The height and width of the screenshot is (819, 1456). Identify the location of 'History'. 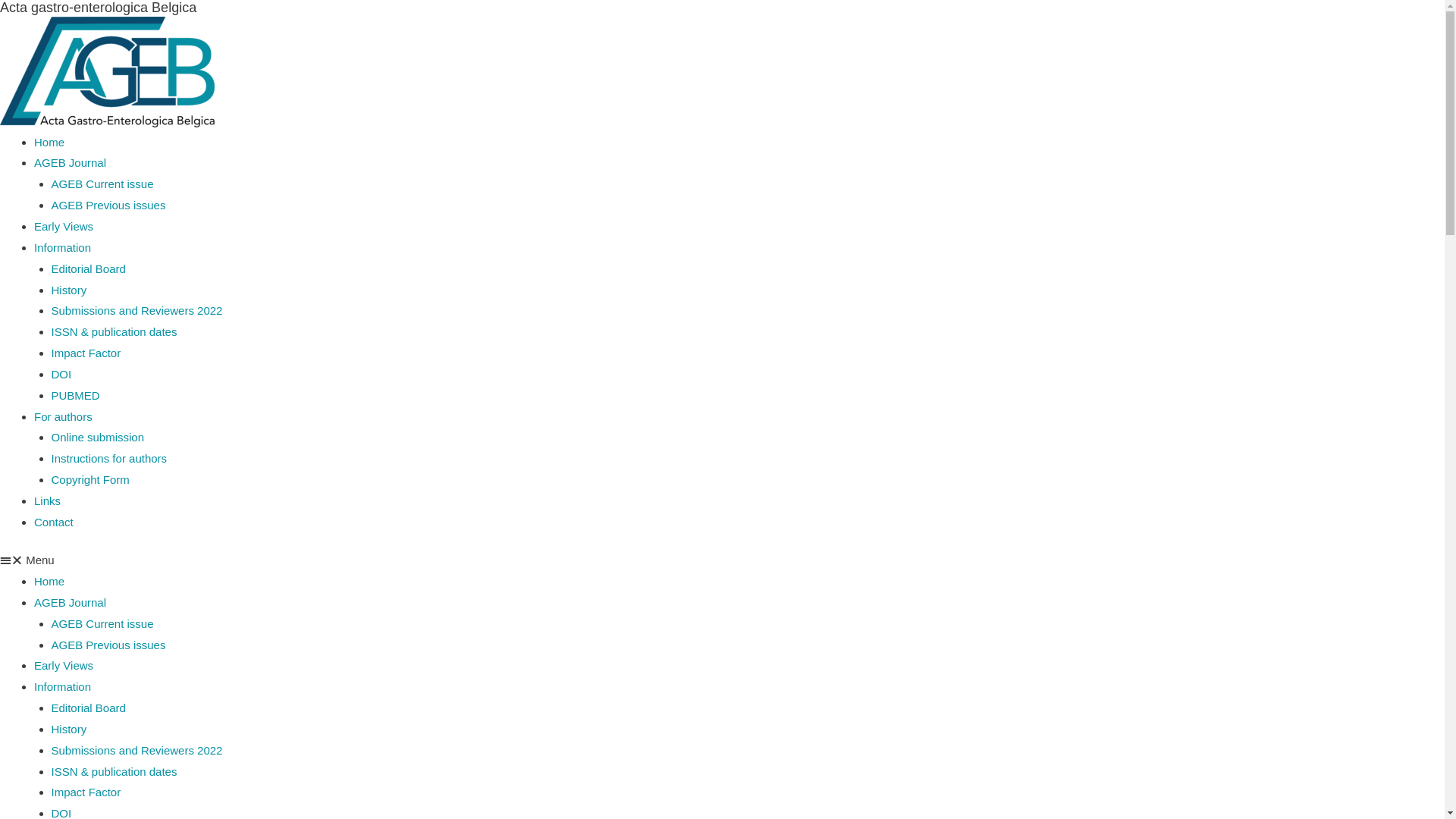
(68, 290).